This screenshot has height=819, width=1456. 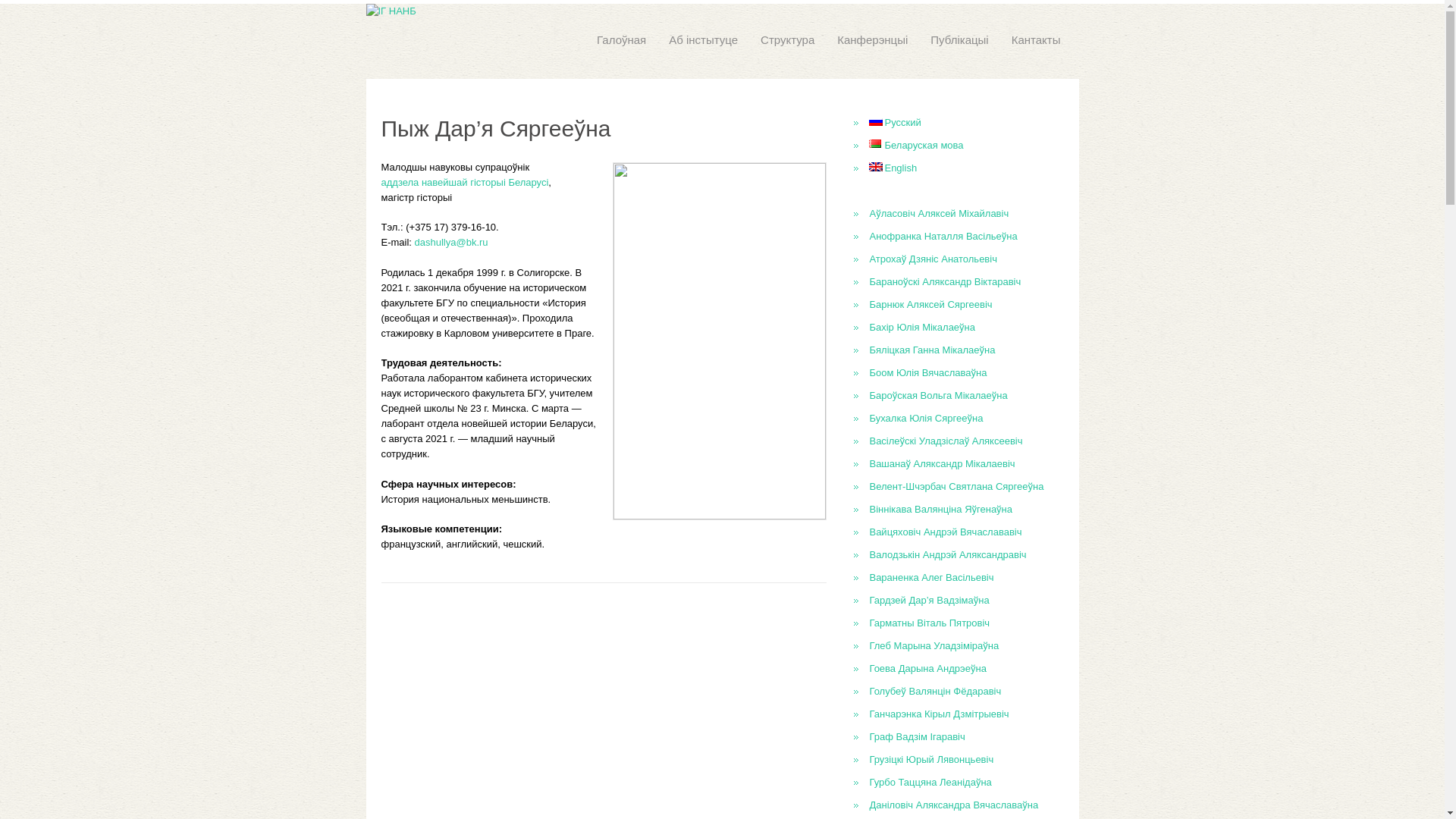 What do you see at coordinates (450, 241) in the screenshot?
I see `'dashullya@bk.ru'` at bounding box center [450, 241].